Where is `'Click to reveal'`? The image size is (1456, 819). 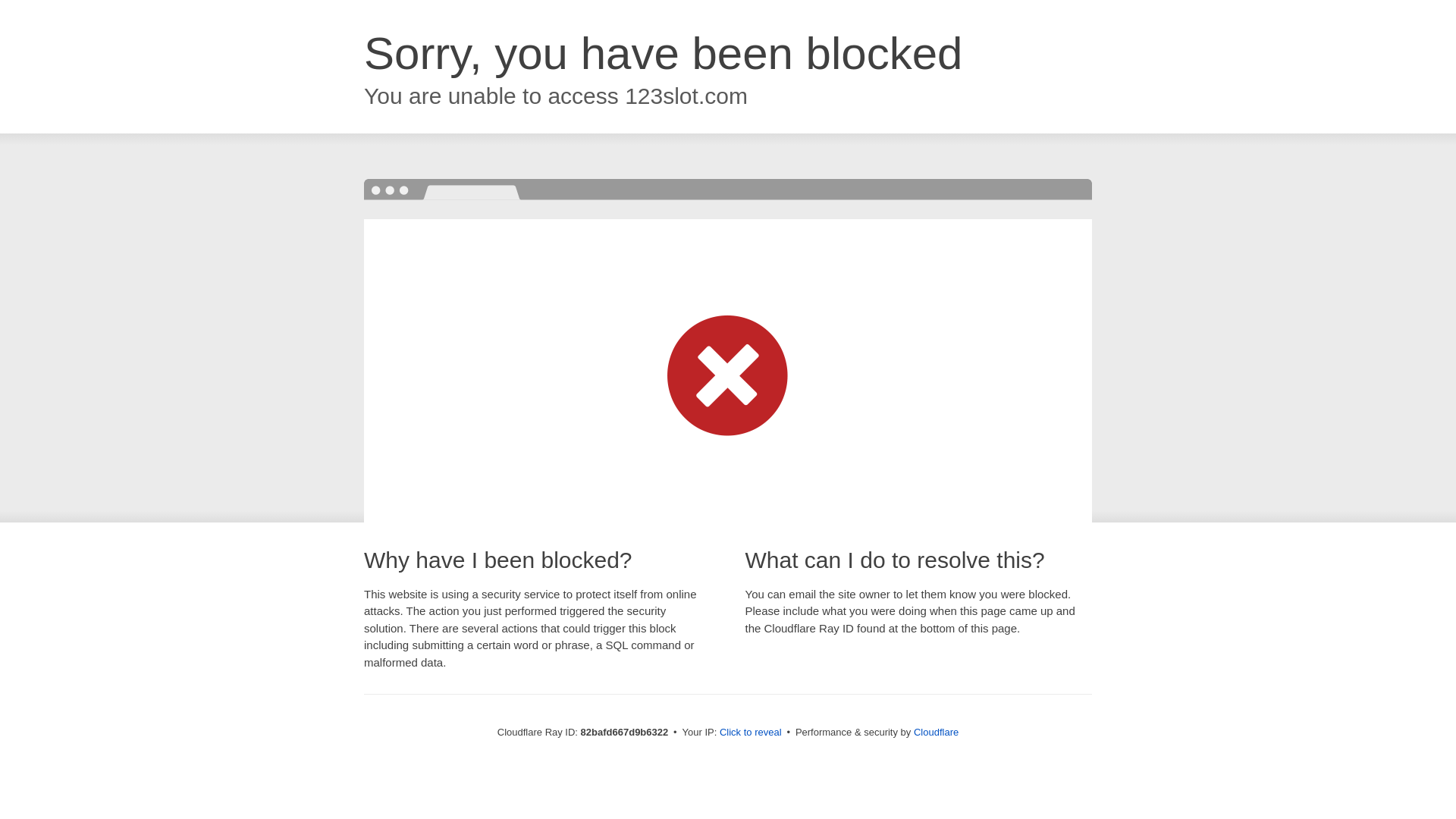
'Click to reveal' is located at coordinates (750, 731).